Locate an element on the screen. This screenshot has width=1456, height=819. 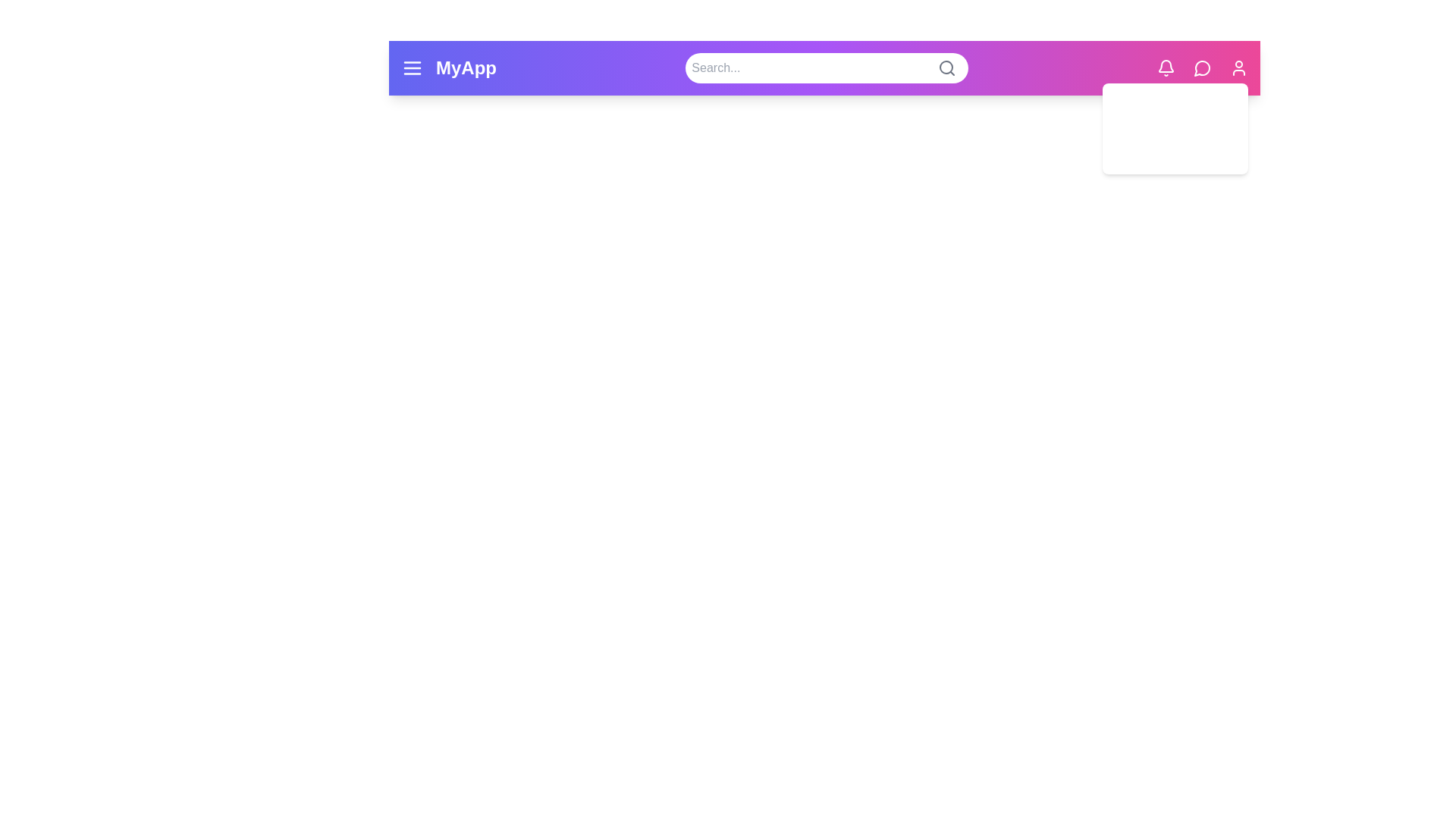
the user icon to toggle the profile dropdown menu is located at coordinates (1238, 67).